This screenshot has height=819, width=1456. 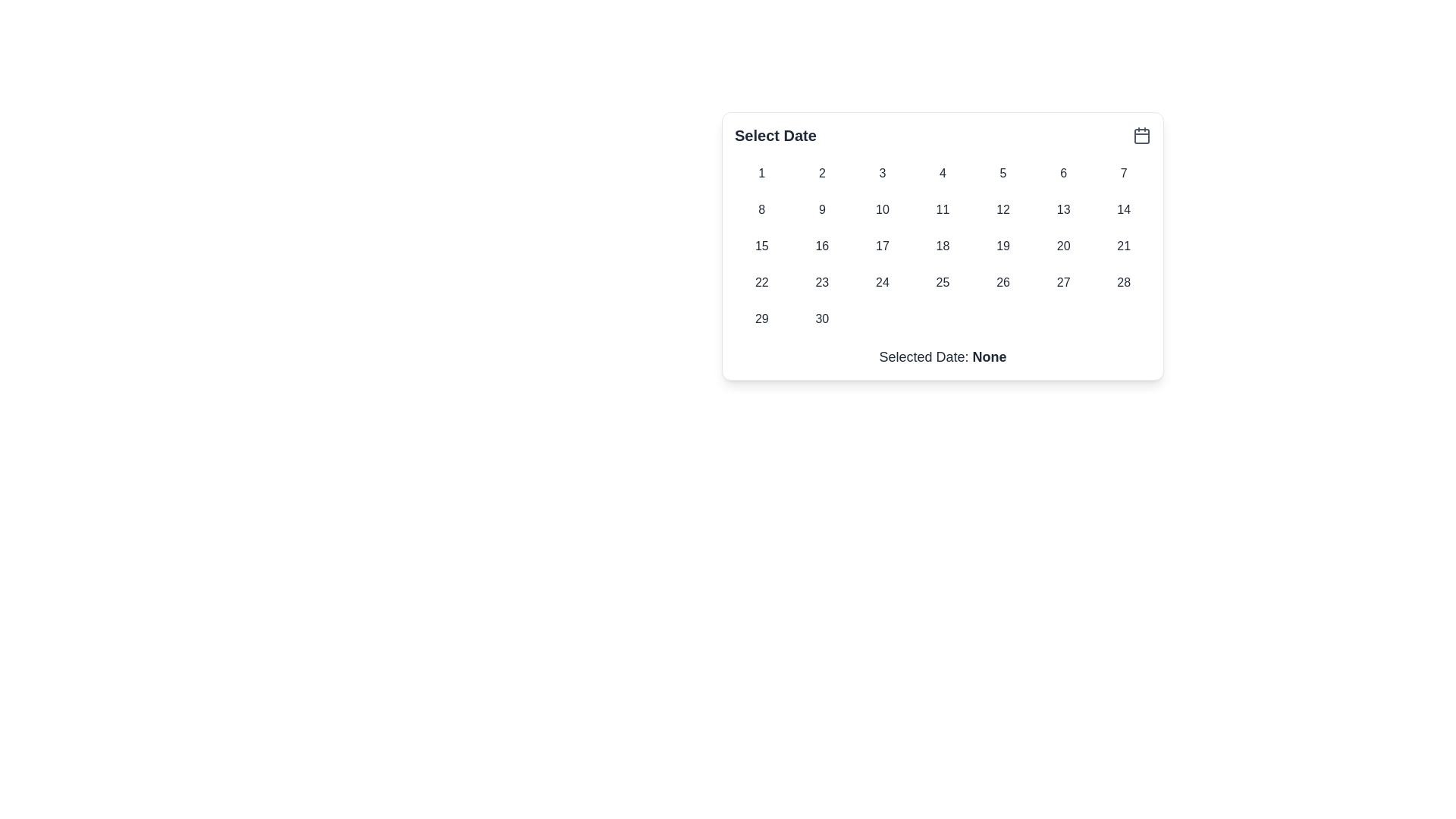 I want to click on the square-shaped button containing the number '5', so click(x=1003, y=172).